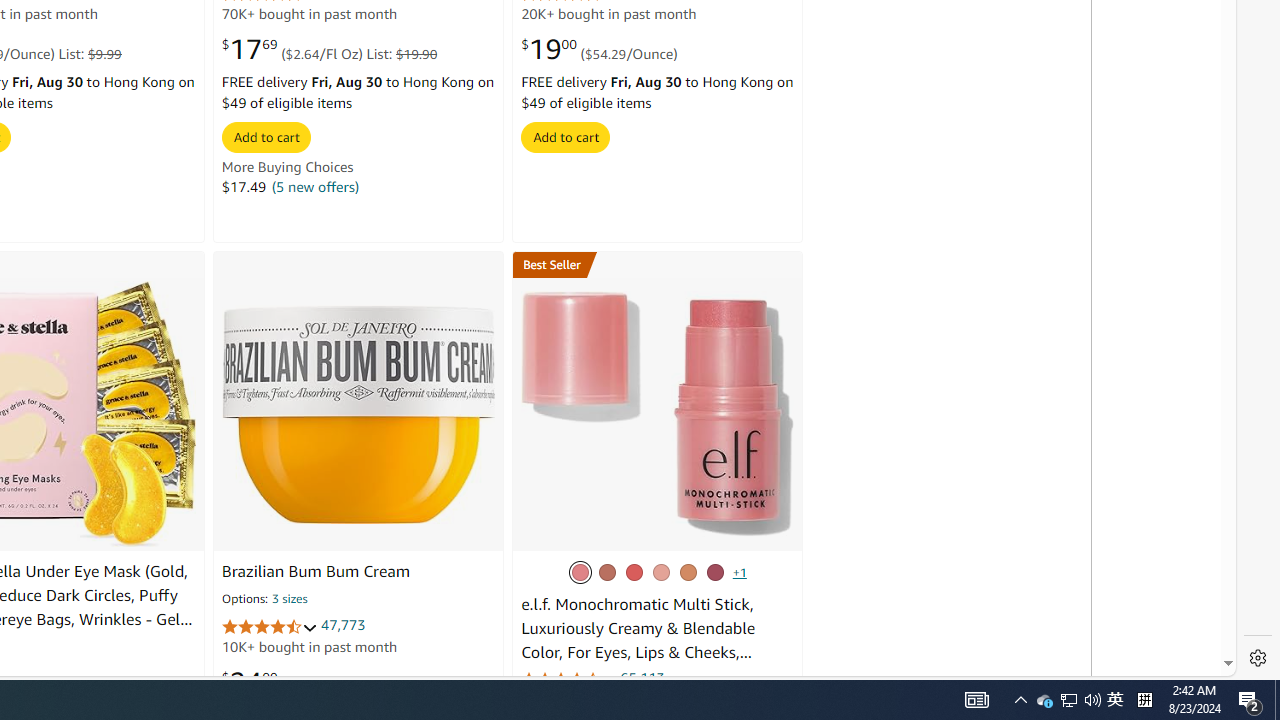 The image size is (1280, 720). What do you see at coordinates (568, 678) in the screenshot?
I see `'4.3 out of 5 stars'` at bounding box center [568, 678].